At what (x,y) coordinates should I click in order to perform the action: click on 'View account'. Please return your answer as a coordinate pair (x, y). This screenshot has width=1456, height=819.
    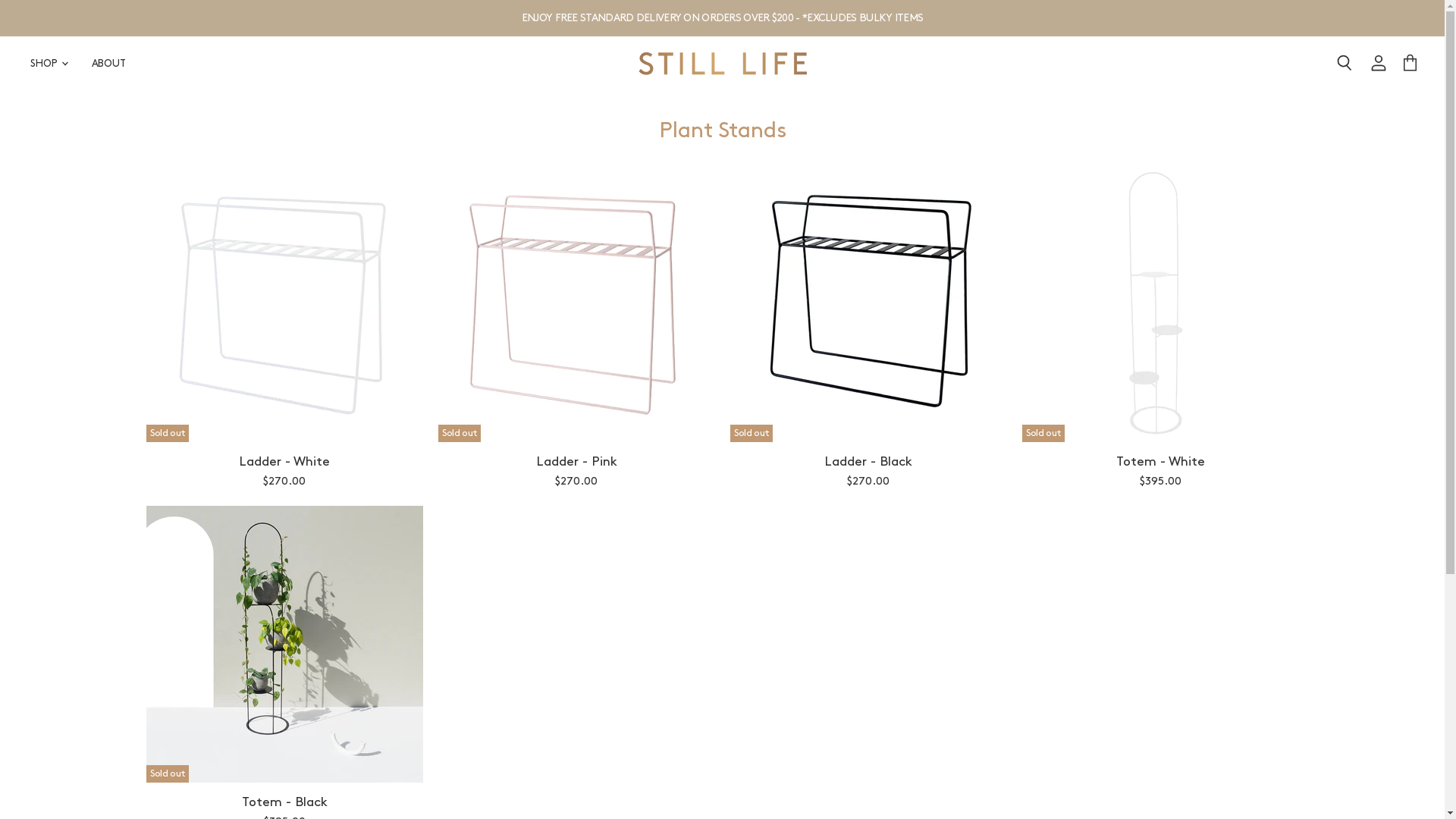
    Looking at the image, I should click on (1379, 63).